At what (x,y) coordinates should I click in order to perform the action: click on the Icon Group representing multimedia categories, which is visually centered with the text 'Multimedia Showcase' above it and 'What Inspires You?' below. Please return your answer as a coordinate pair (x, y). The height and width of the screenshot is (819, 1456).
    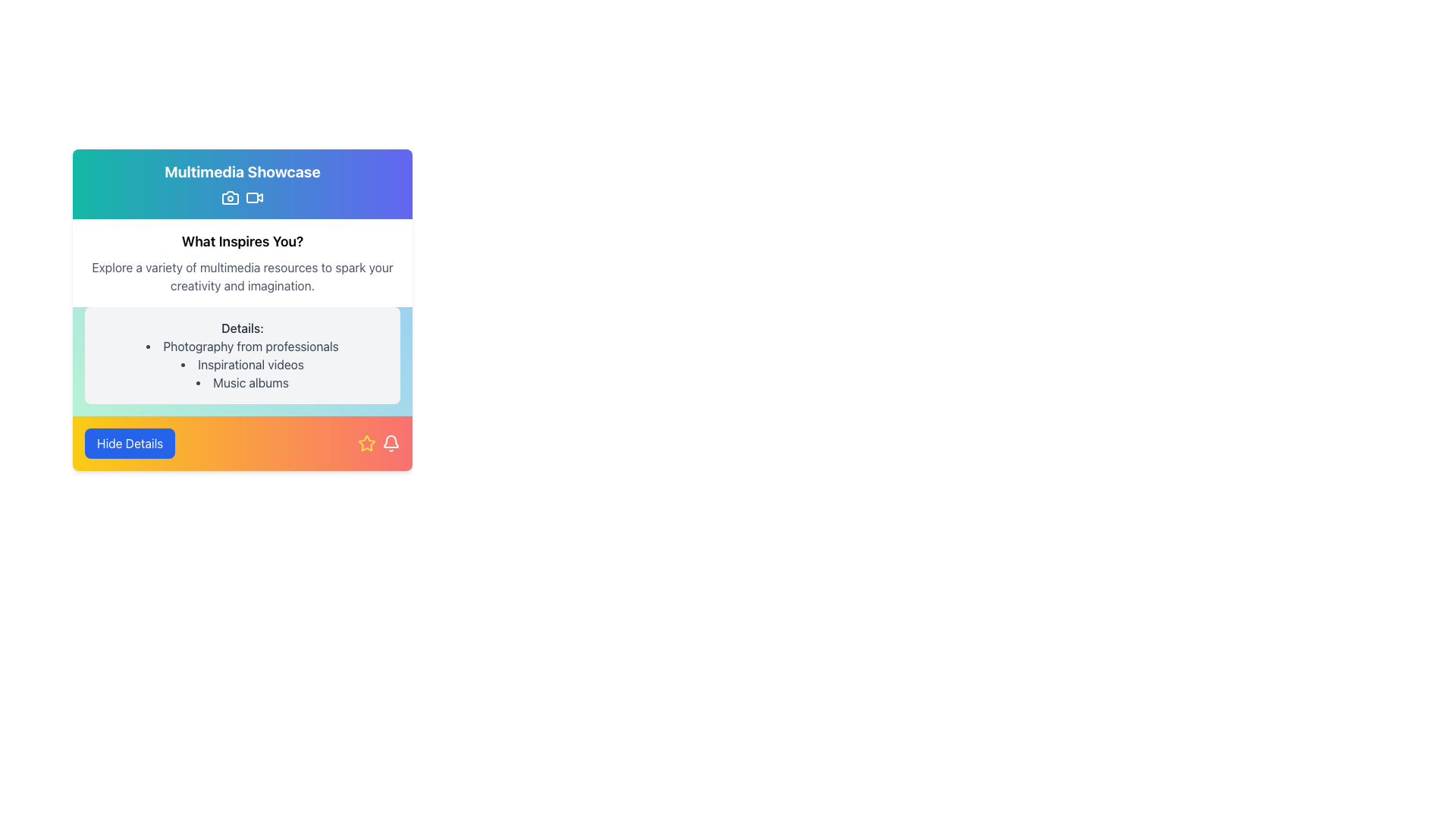
    Looking at the image, I should click on (243, 197).